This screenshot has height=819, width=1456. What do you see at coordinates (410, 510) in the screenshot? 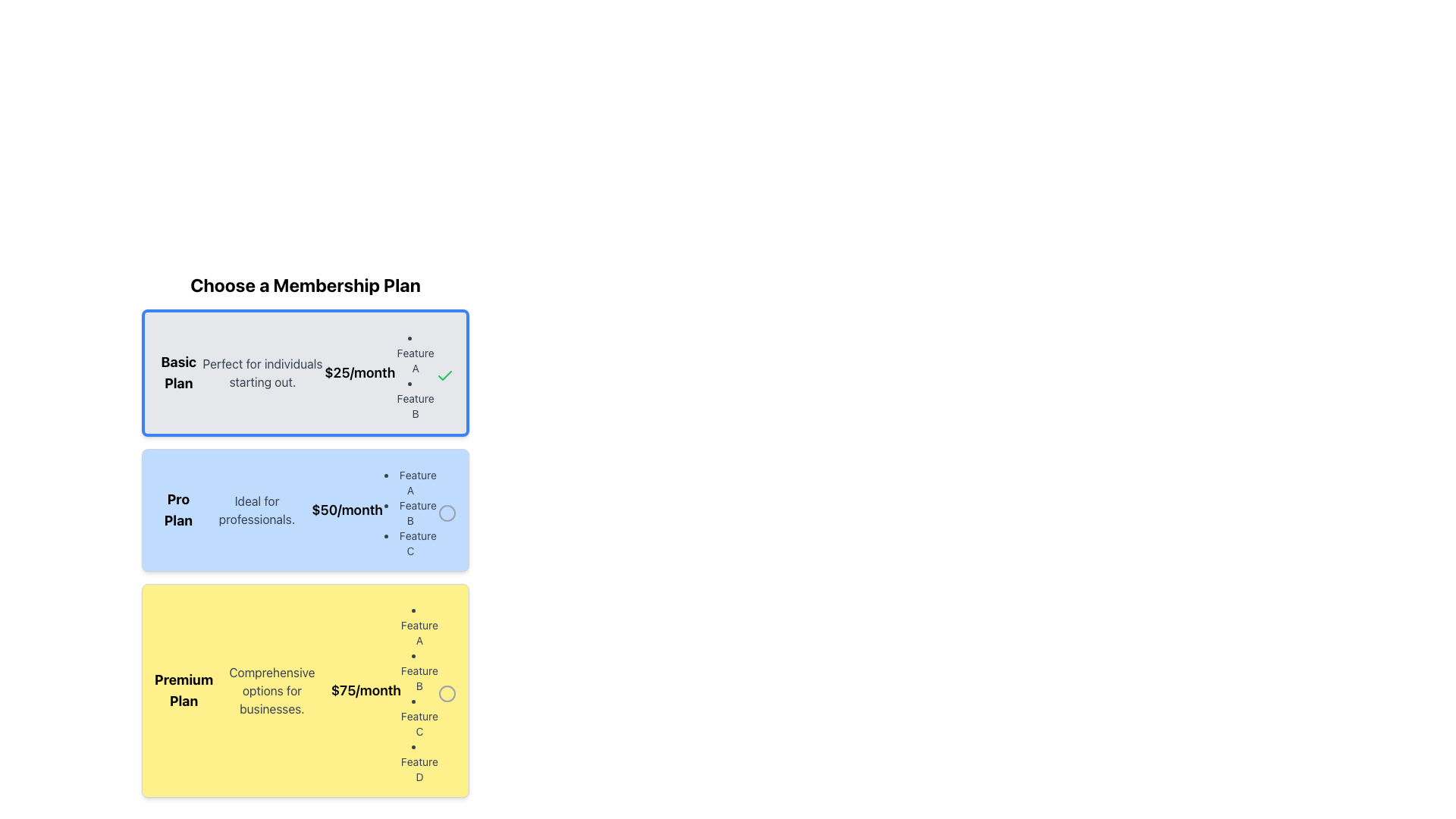
I see `the list of features titled 'Feature A', 'Feature B', and 'Feature C' located in the bottom-right section of the 'Pro Plan' card` at bounding box center [410, 510].